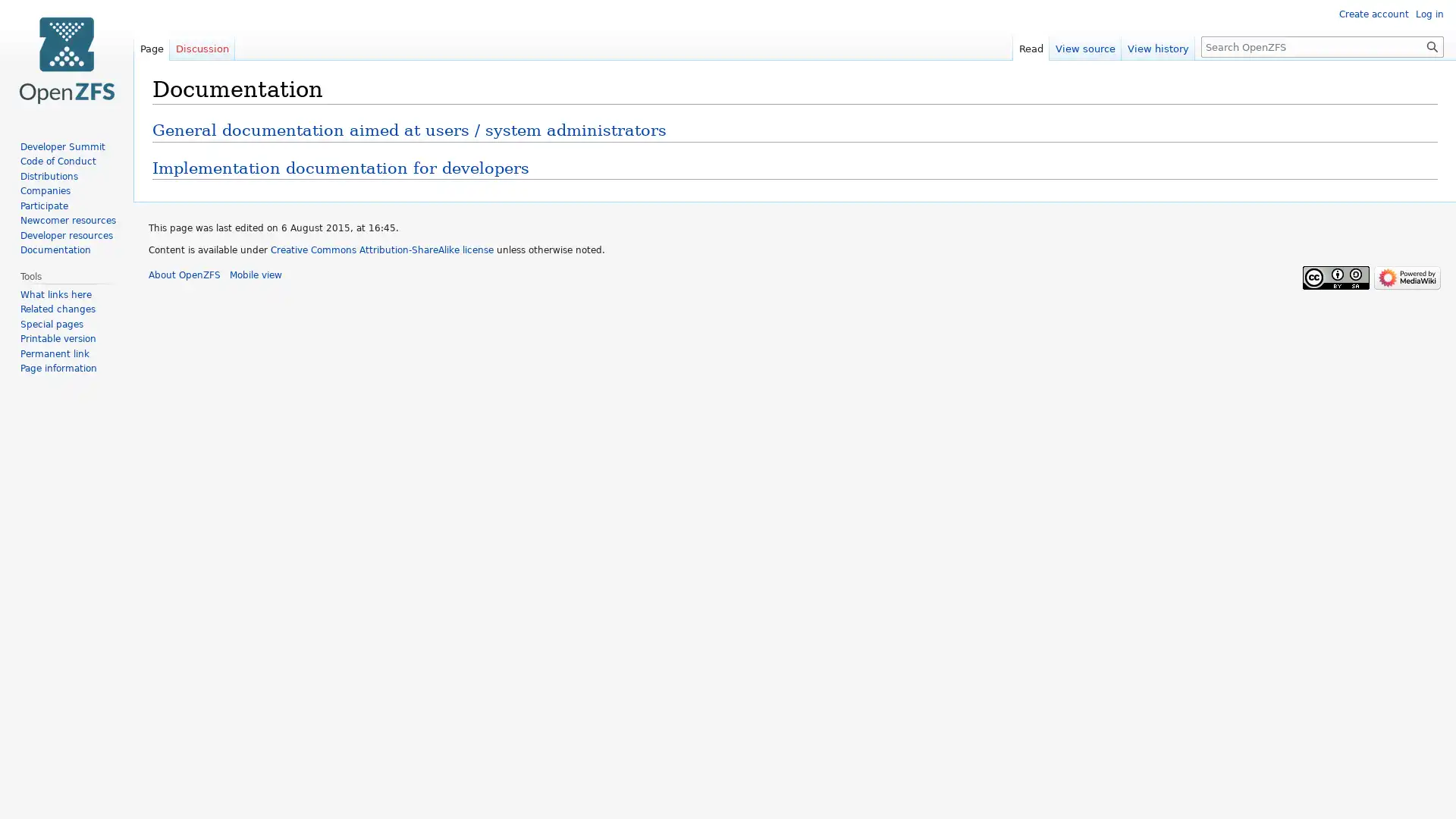 The height and width of the screenshot is (819, 1456). I want to click on Search, so click(1432, 45).